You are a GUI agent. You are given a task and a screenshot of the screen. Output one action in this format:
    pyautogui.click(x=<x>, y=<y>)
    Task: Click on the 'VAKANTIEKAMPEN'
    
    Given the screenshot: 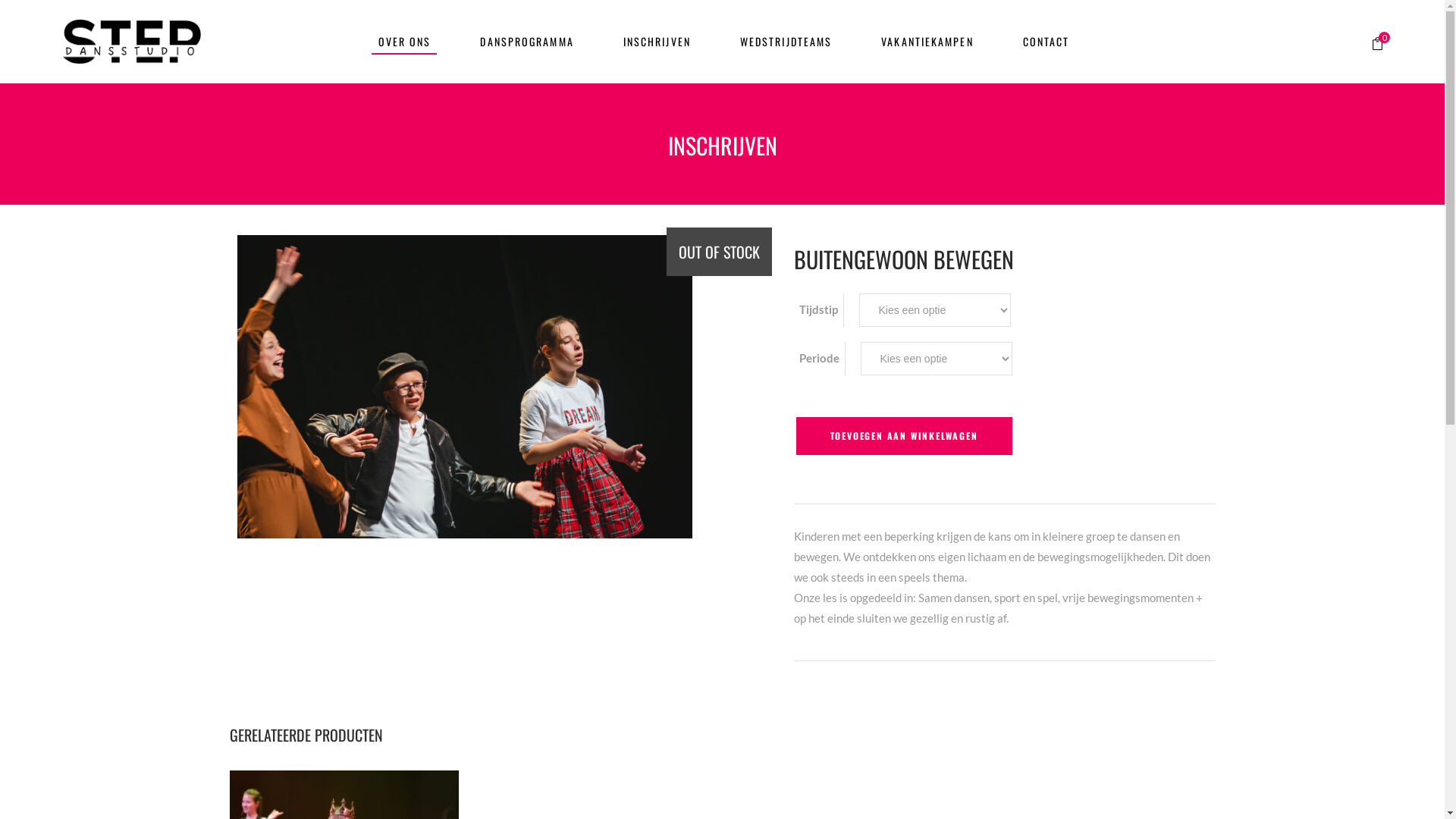 What is the action you would take?
    pyautogui.click(x=926, y=40)
    